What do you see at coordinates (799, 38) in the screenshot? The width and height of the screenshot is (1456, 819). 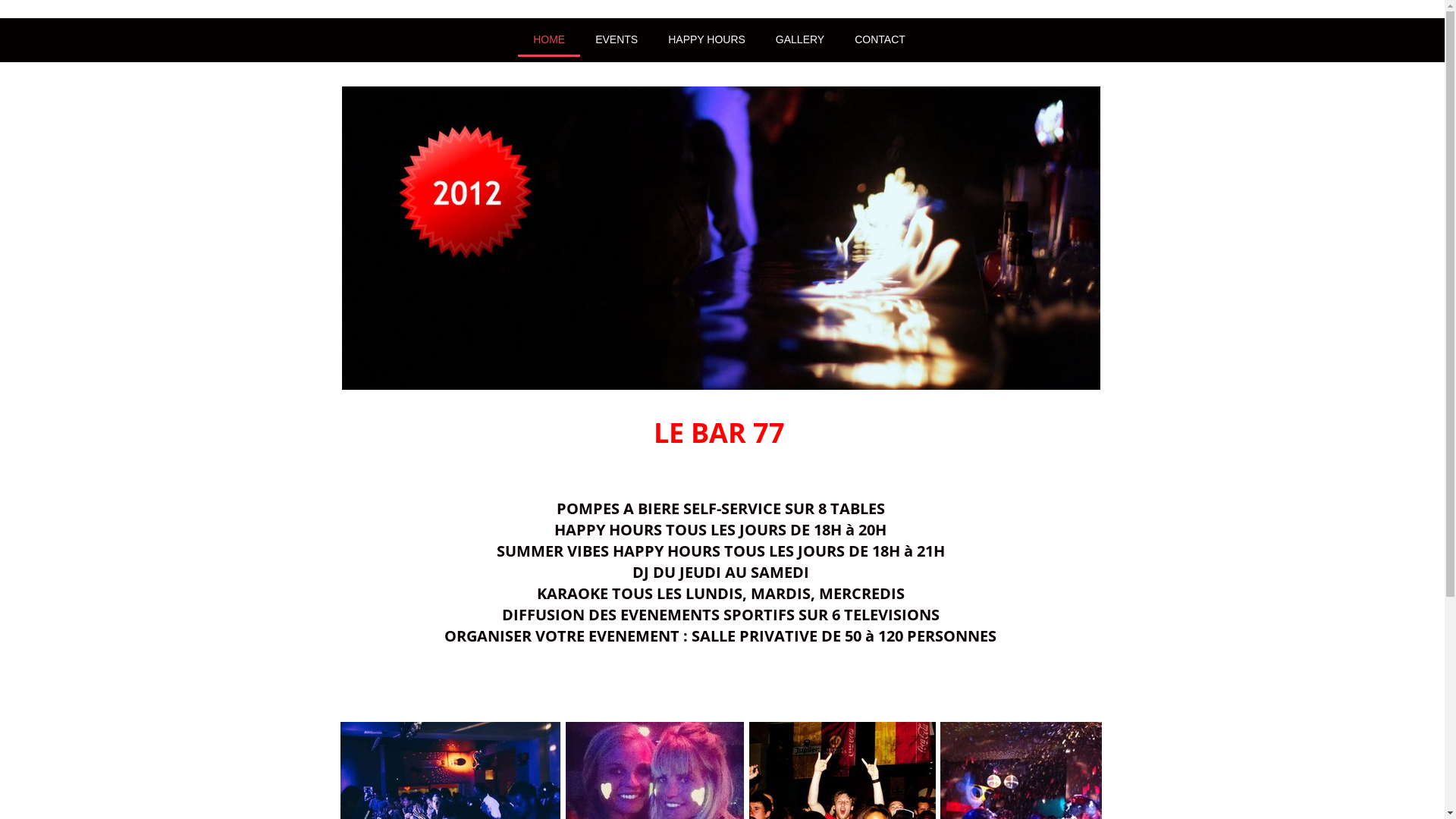 I see `'GALLERY'` at bounding box center [799, 38].